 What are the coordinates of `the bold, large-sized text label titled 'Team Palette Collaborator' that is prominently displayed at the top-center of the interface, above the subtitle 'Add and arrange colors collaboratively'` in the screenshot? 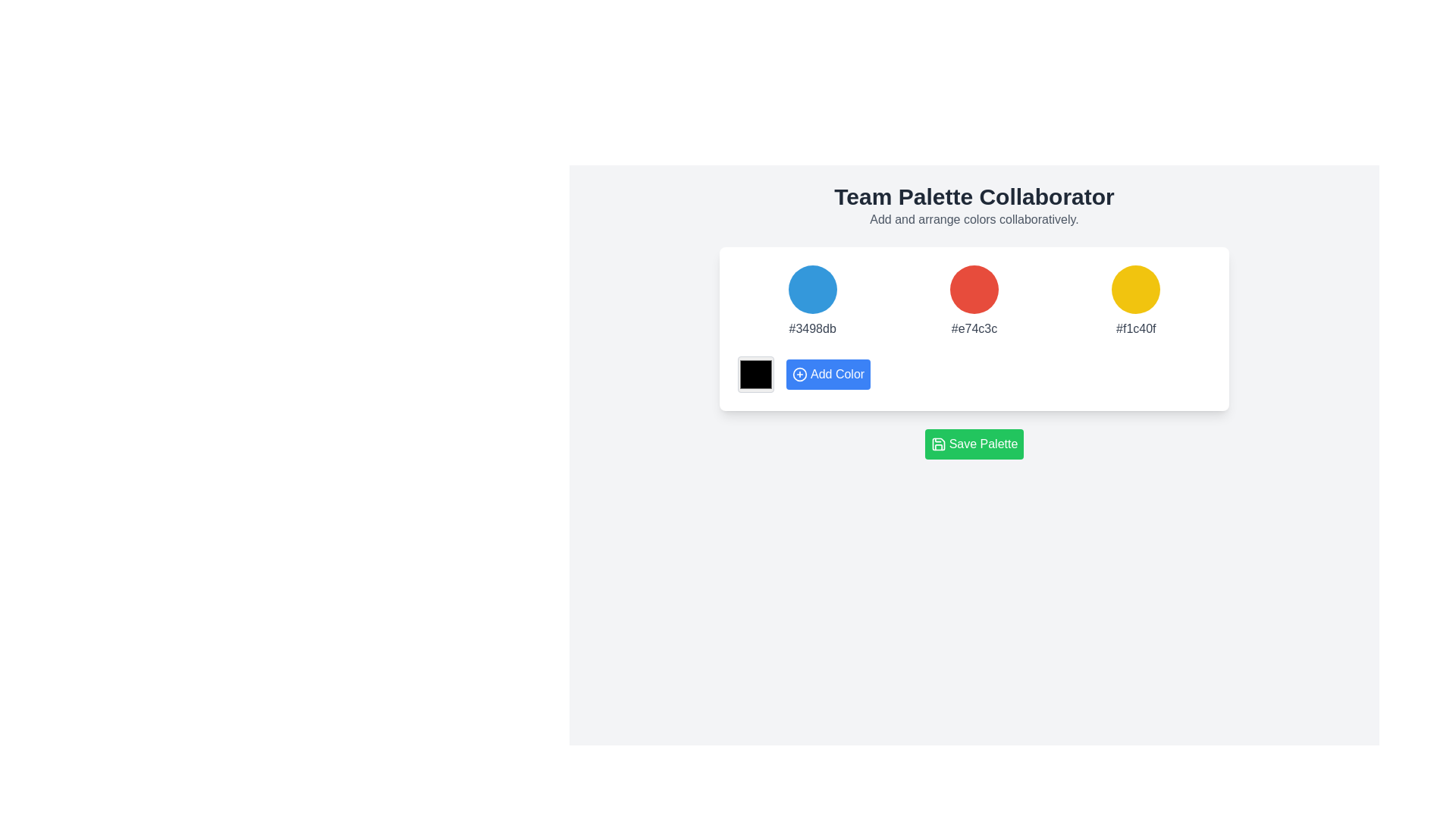 It's located at (974, 196).